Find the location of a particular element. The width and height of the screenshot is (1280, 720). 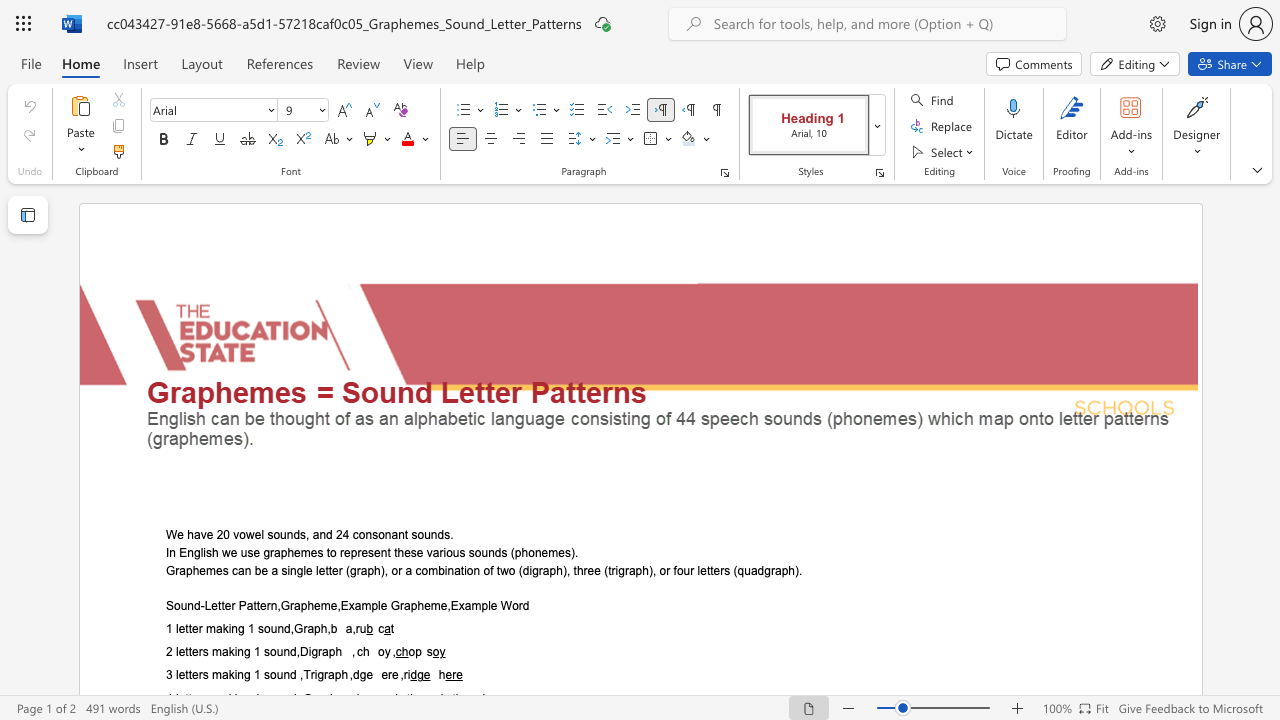

the subset text "nant soun" within the text "We have 20 vowel sounds, and 24 consonant sounds." is located at coordinates (384, 534).